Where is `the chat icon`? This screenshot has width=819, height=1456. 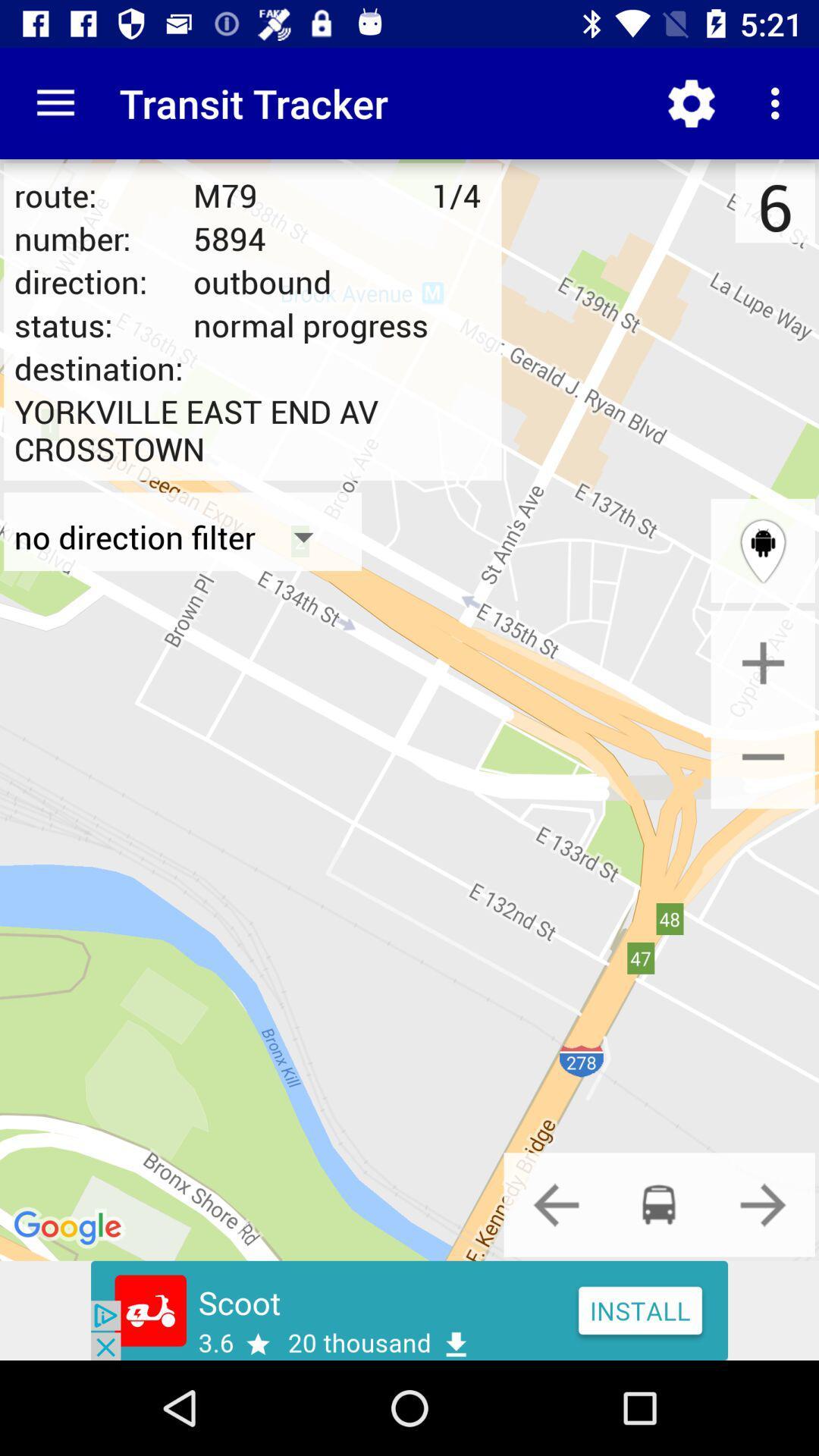 the chat icon is located at coordinates (658, 1203).